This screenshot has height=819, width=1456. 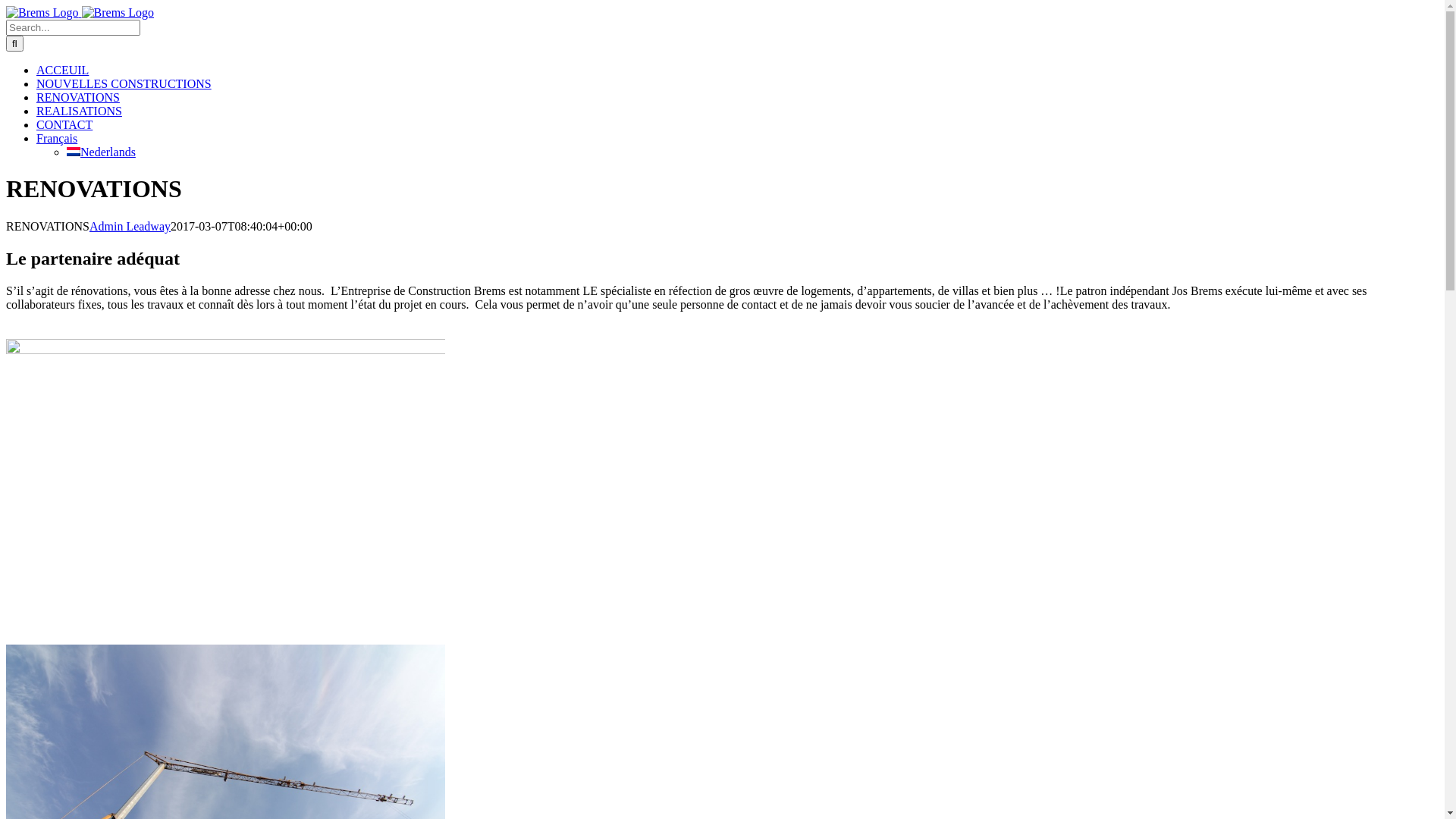 What do you see at coordinates (100, 152) in the screenshot?
I see `'Nederlands'` at bounding box center [100, 152].